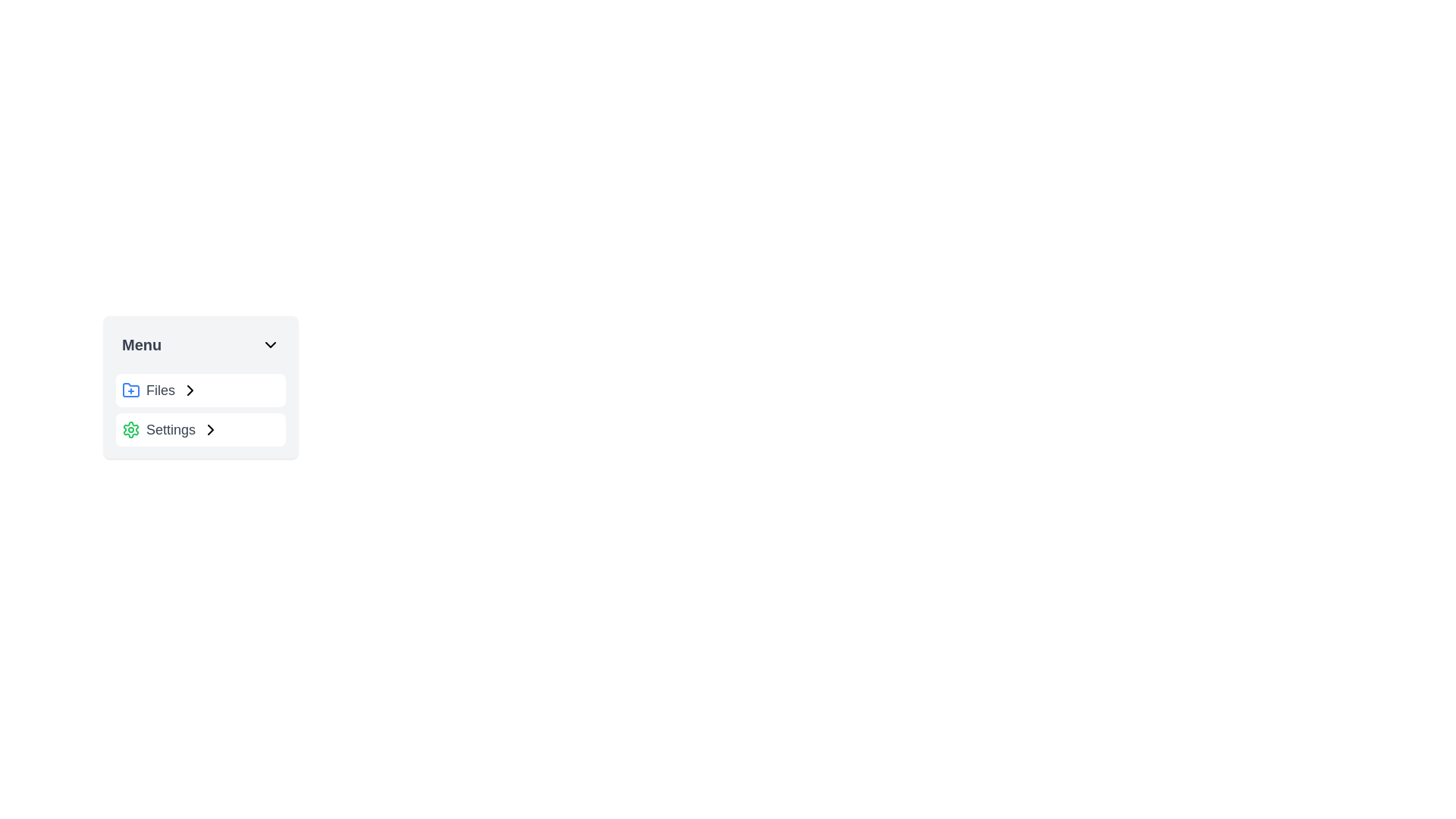 Image resolution: width=1456 pixels, height=819 pixels. I want to click on the gear icon representing the settings option located to the left of the 'Settings' text label in the menu list, so click(130, 430).